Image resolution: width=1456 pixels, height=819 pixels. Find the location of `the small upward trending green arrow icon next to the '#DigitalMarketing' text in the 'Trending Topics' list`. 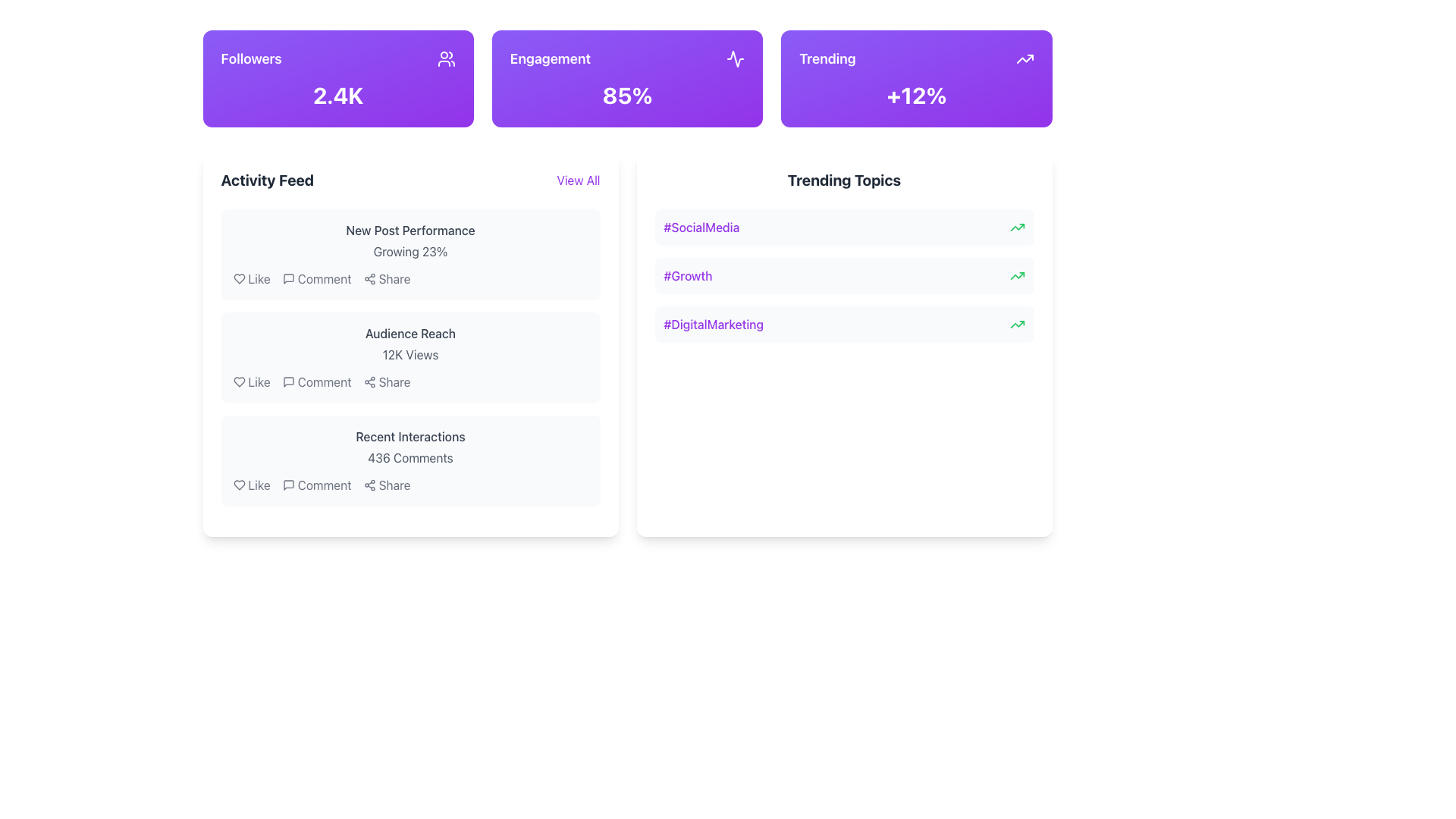

the small upward trending green arrow icon next to the '#DigitalMarketing' text in the 'Trending Topics' list is located at coordinates (1017, 324).